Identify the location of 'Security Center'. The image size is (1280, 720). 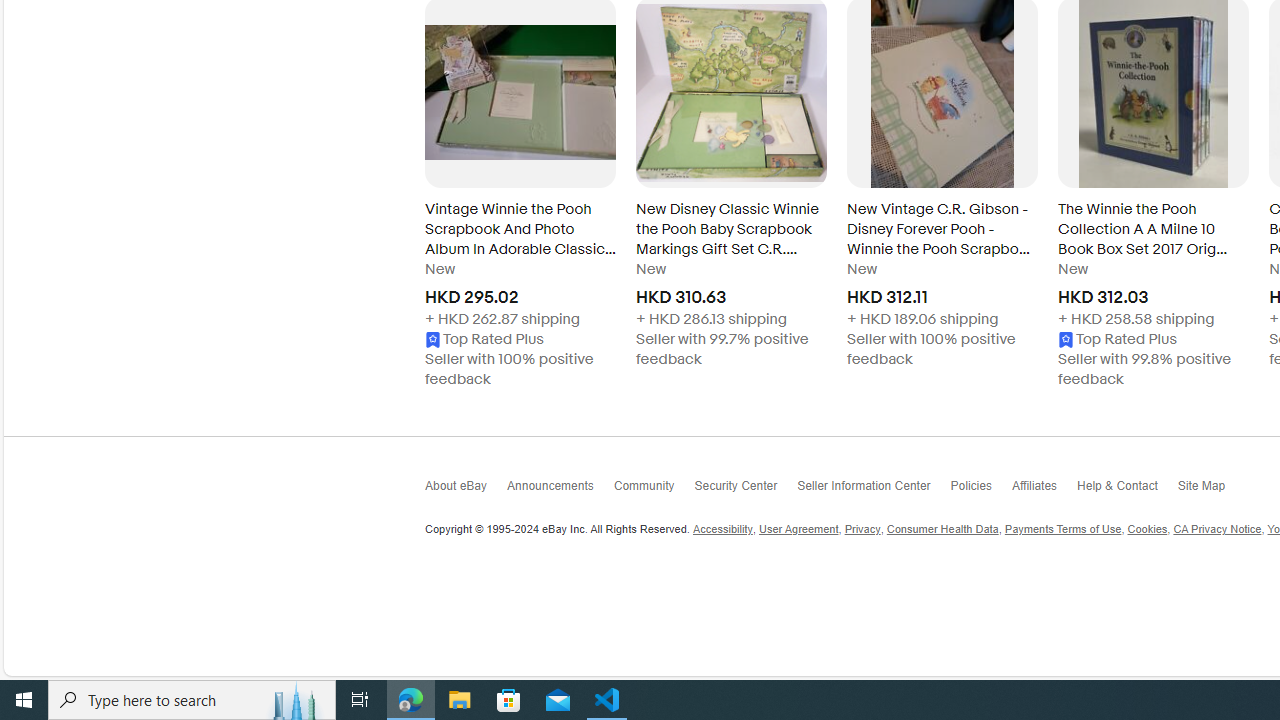
(744, 491).